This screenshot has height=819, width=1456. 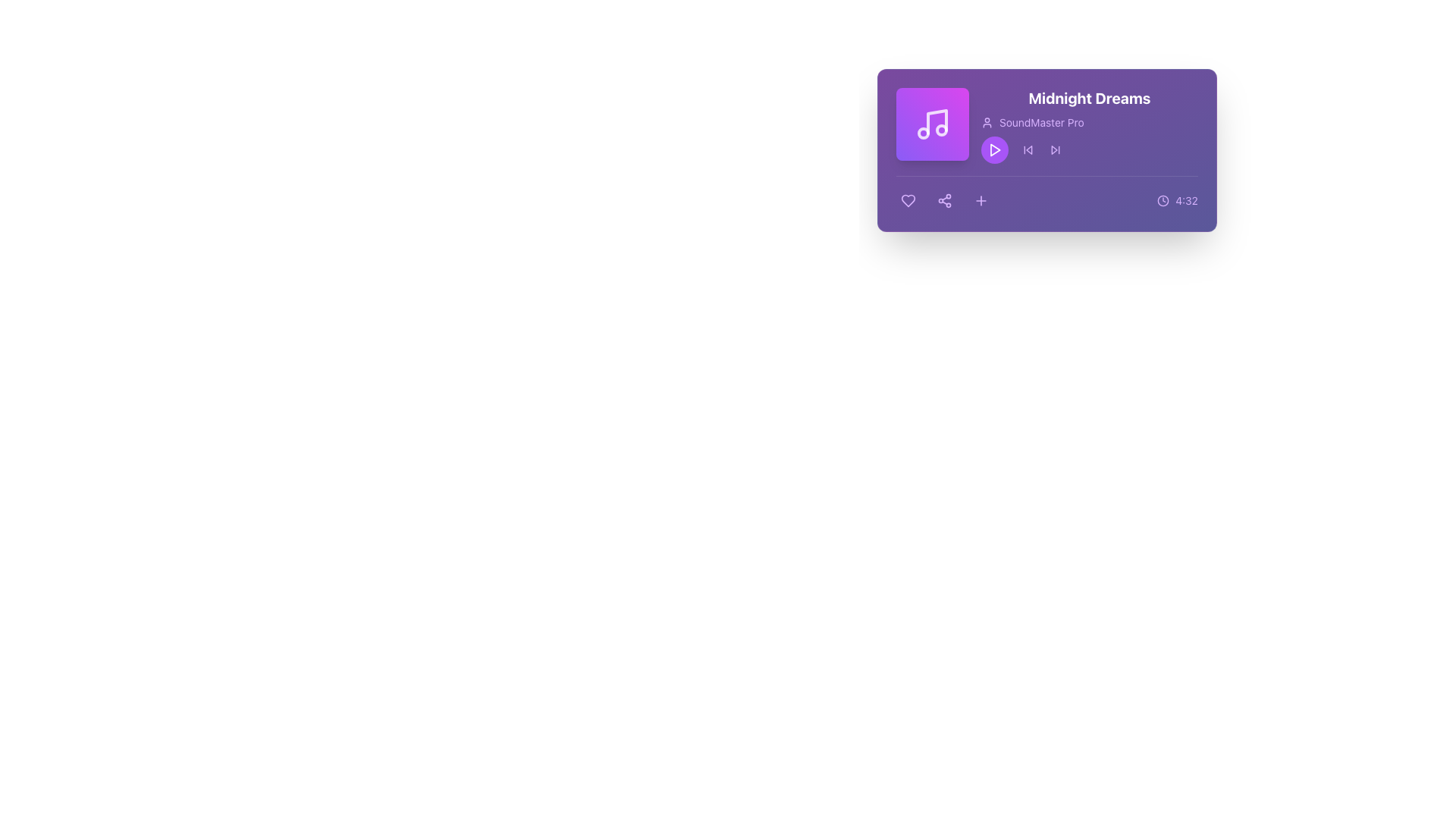 What do you see at coordinates (908, 200) in the screenshot?
I see `the heart-shaped 'Like' button, which is the first icon on the left side in a row of three icons below the main content of a music card` at bounding box center [908, 200].